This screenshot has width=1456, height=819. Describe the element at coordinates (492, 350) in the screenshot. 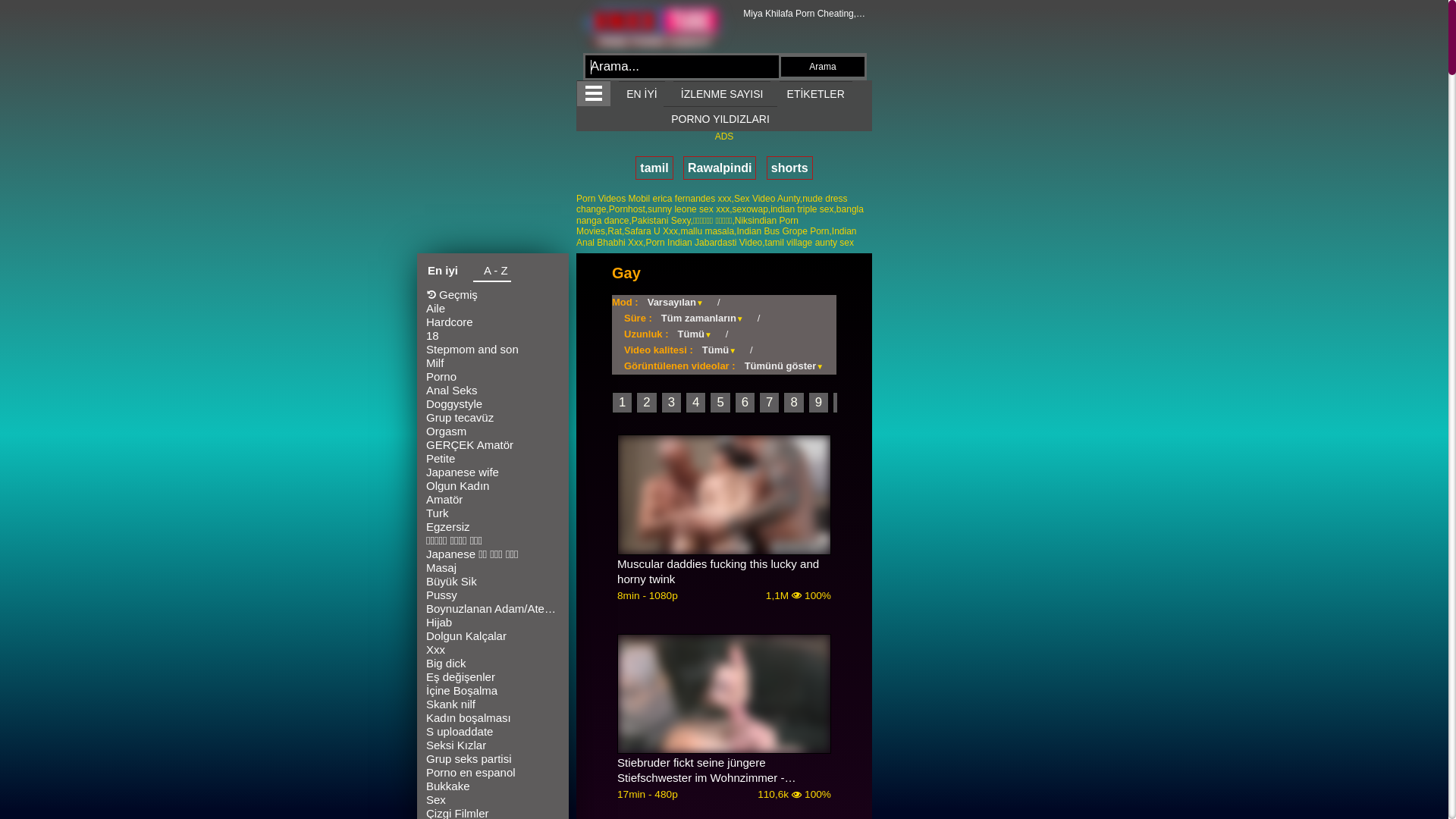

I see `'Stepmom and son'` at that location.